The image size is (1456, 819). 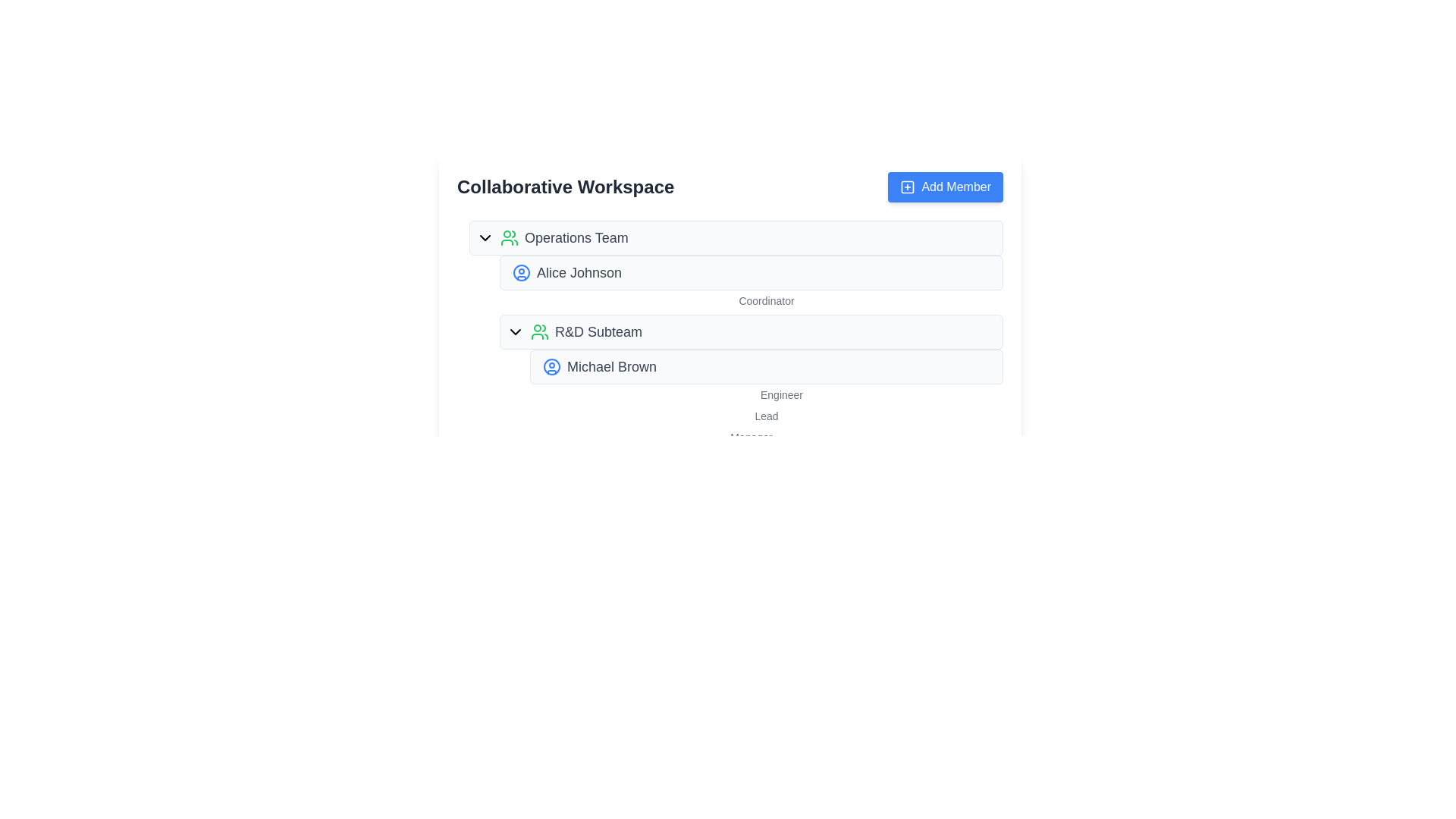 What do you see at coordinates (599, 366) in the screenshot?
I see `the Label with the associated icon for the first team member in the 'R&D Subteam' section` at bounding box center [599, 366].